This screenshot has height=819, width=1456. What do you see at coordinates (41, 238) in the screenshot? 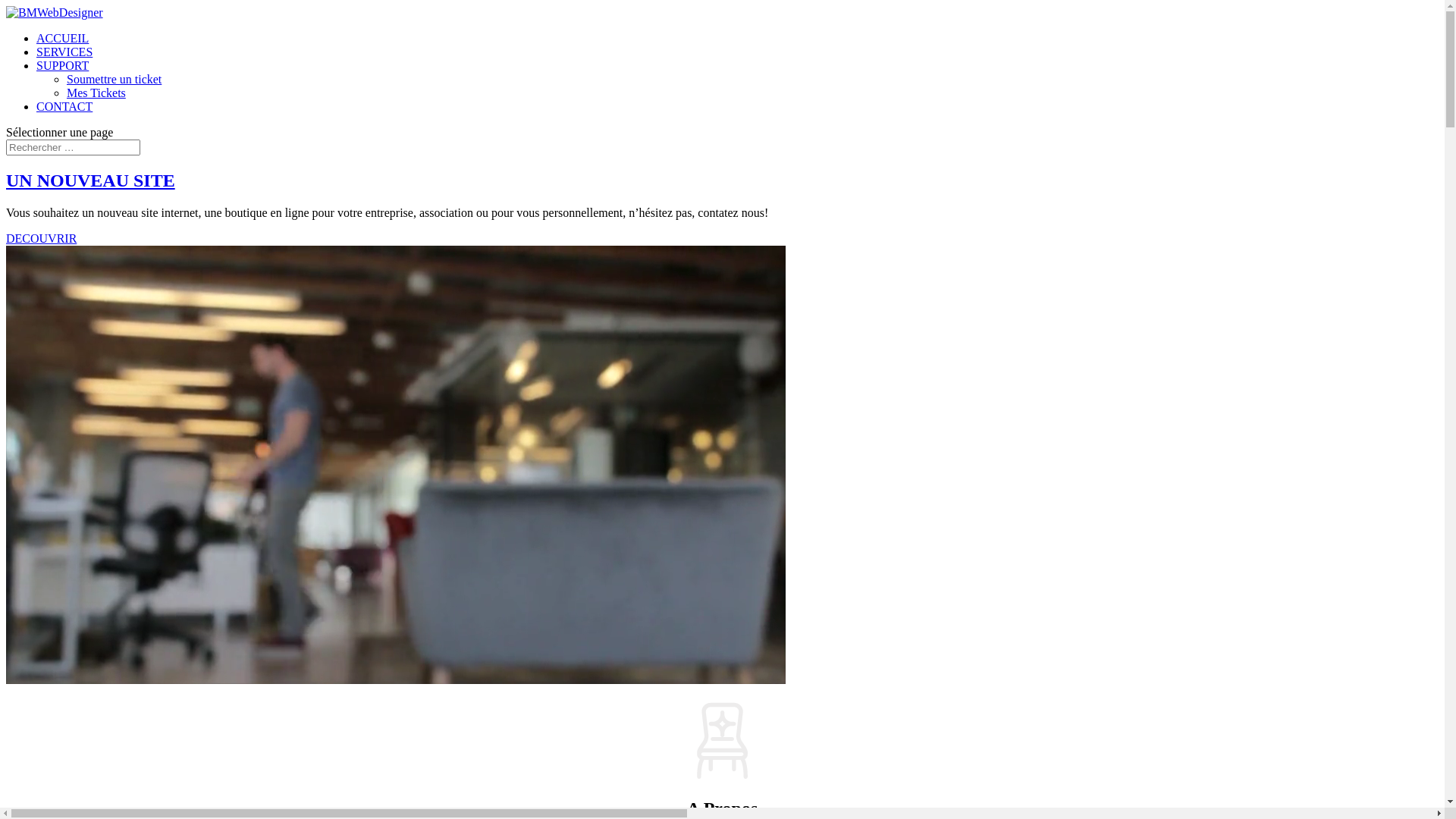
I see `'DECOUVRIR'` at bounding box center [41, 238].